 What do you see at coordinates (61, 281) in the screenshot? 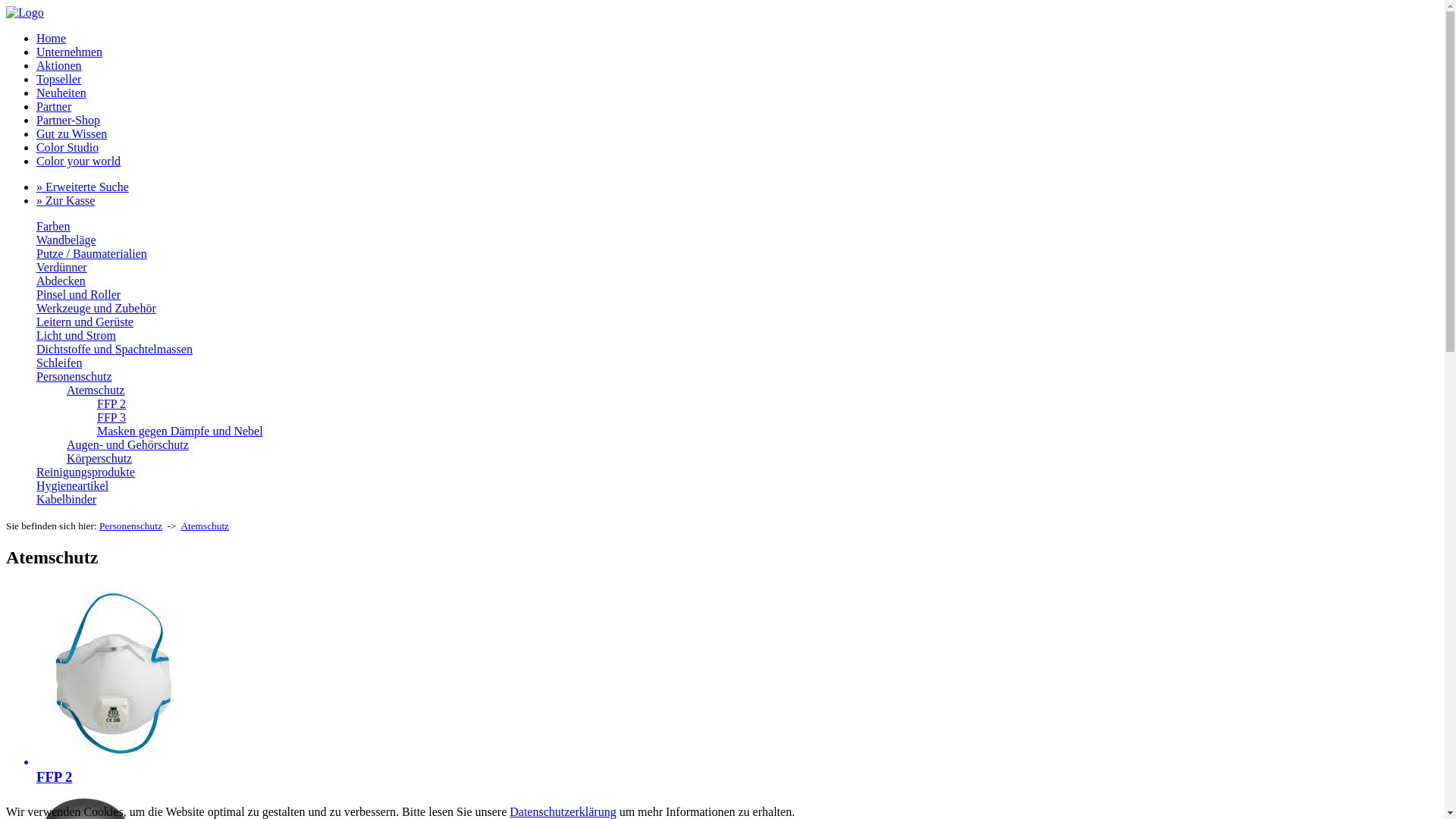
I see `'Abdecken'` at bounding box center [61, 281].